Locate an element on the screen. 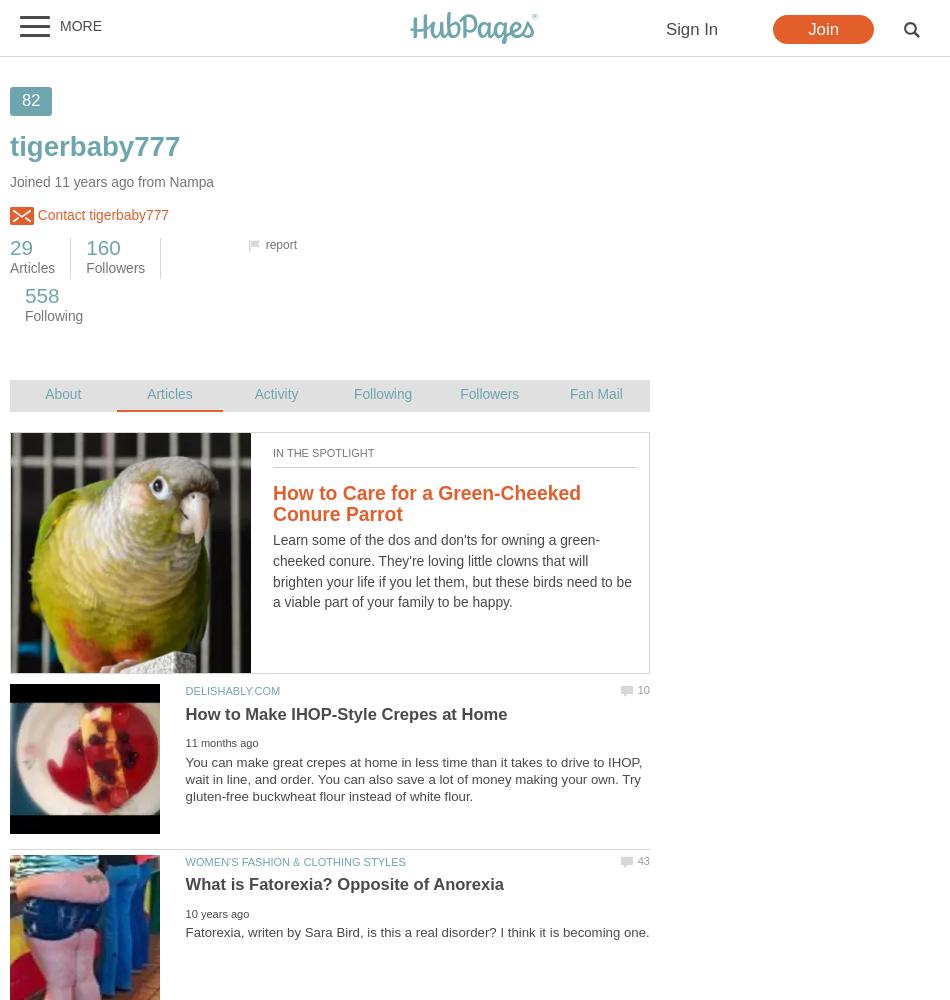 Image resolution: width=950 pixels, height=1000 pixels. 'Join' is located at coordinates (822, 29).